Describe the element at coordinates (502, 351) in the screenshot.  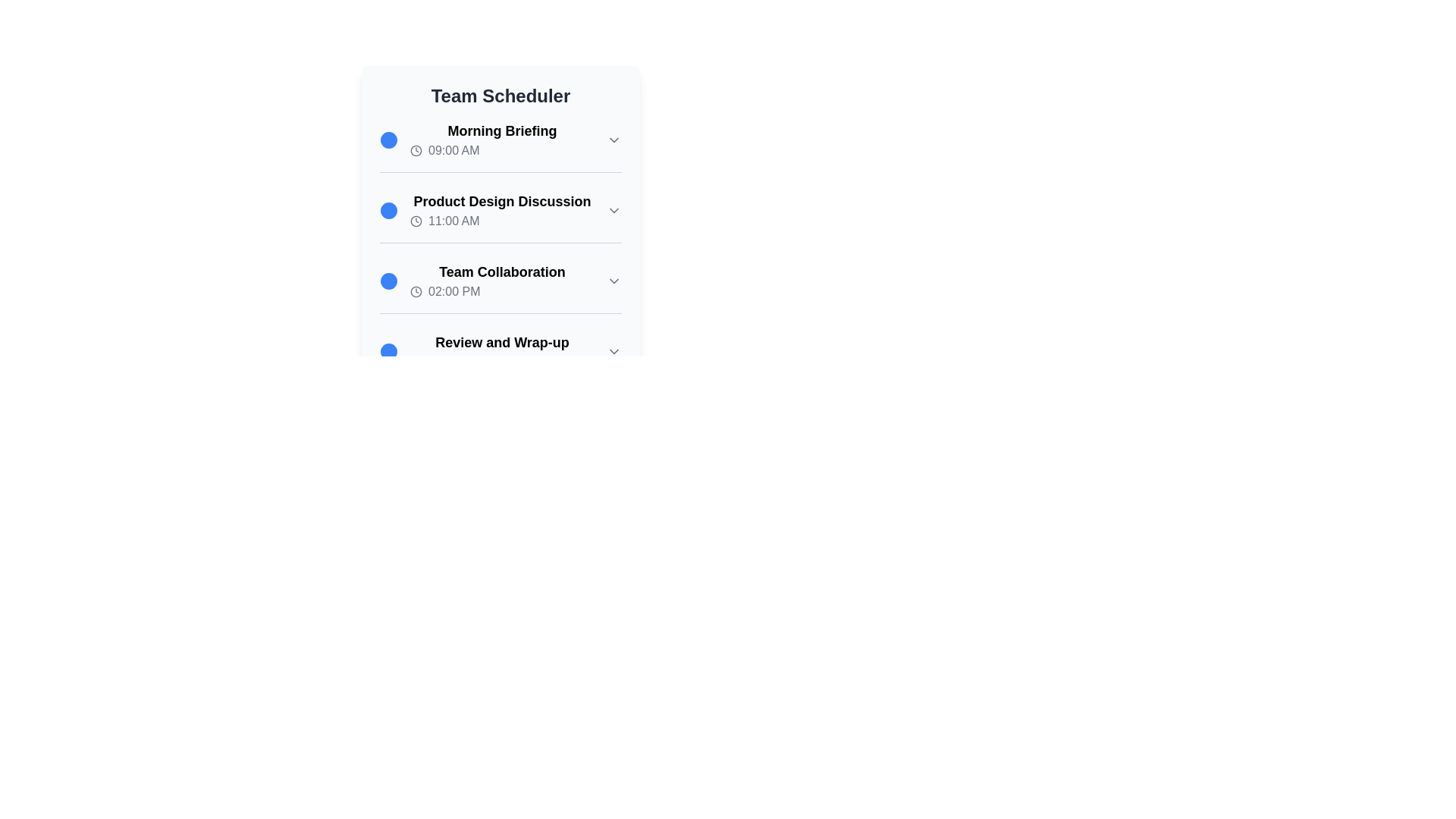
I see `the list item displaying the event titled 'Review and Wrap-up' scheduled at '04:30 PM' within the scheduler interface` at that location.